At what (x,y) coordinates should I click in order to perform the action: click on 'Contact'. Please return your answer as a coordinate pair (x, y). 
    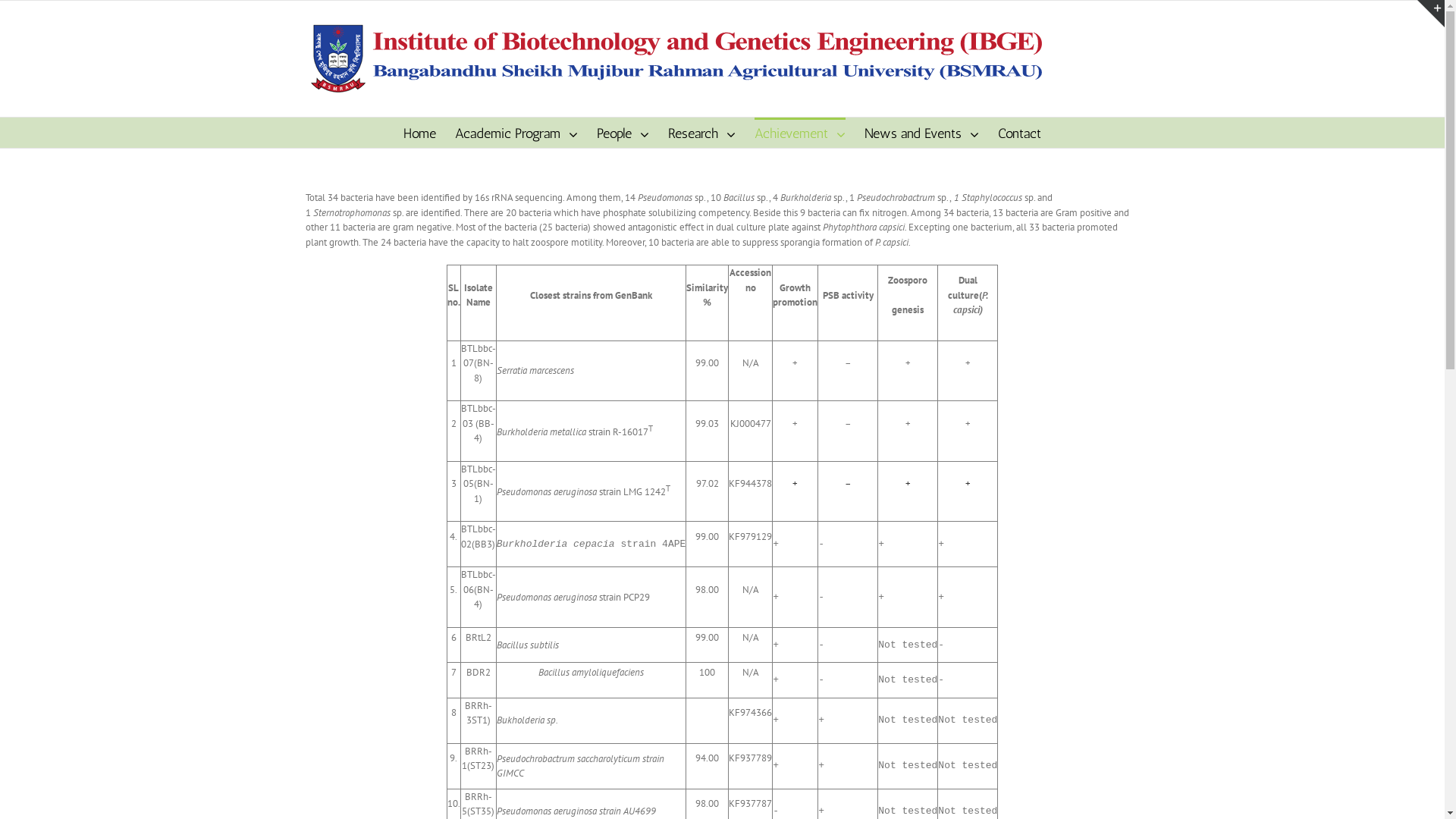
    Looking at the image, I should click on (1019, 131).